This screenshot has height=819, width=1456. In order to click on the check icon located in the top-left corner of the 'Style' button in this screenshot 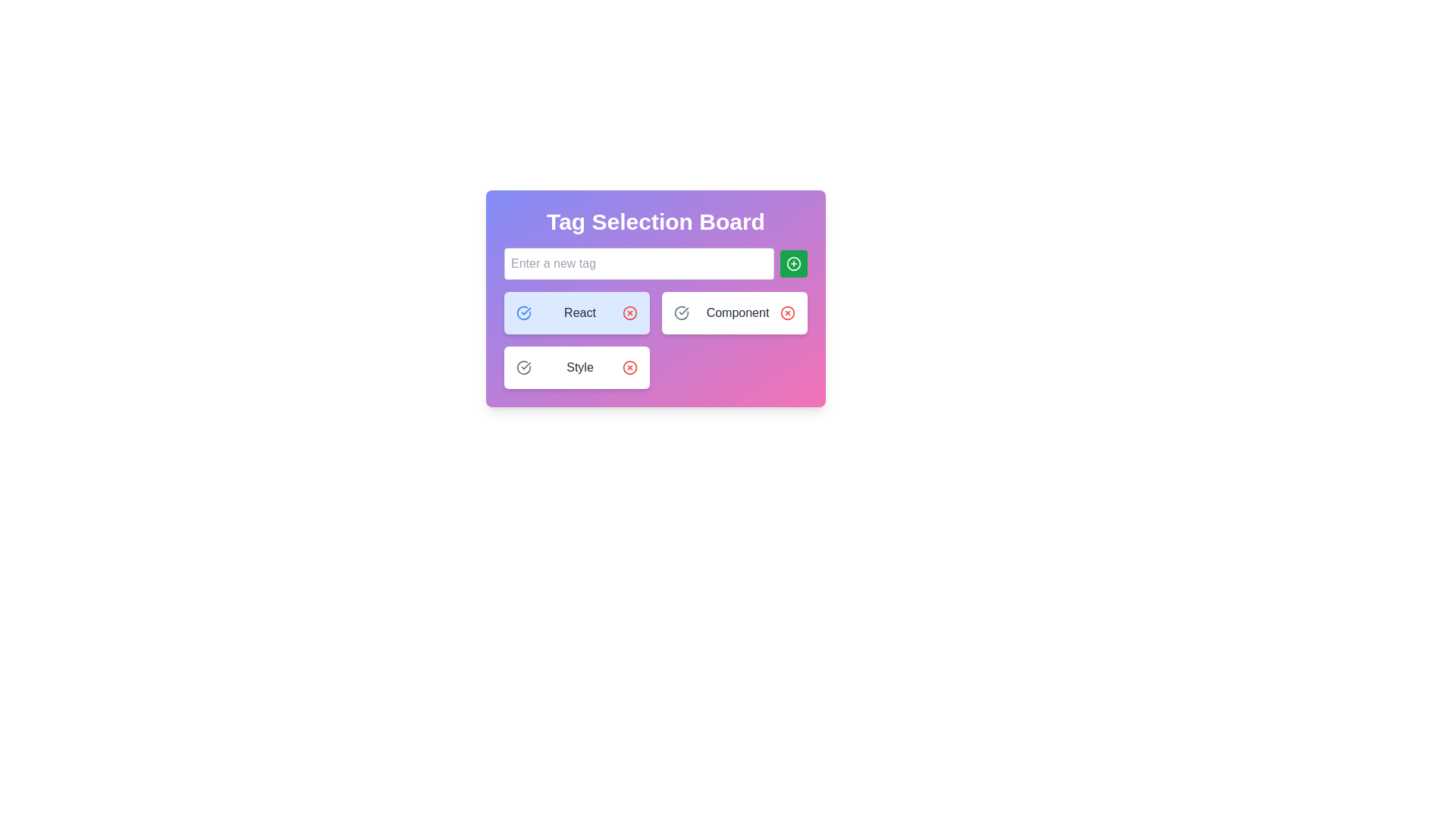, I will do `click(524, 368)`.